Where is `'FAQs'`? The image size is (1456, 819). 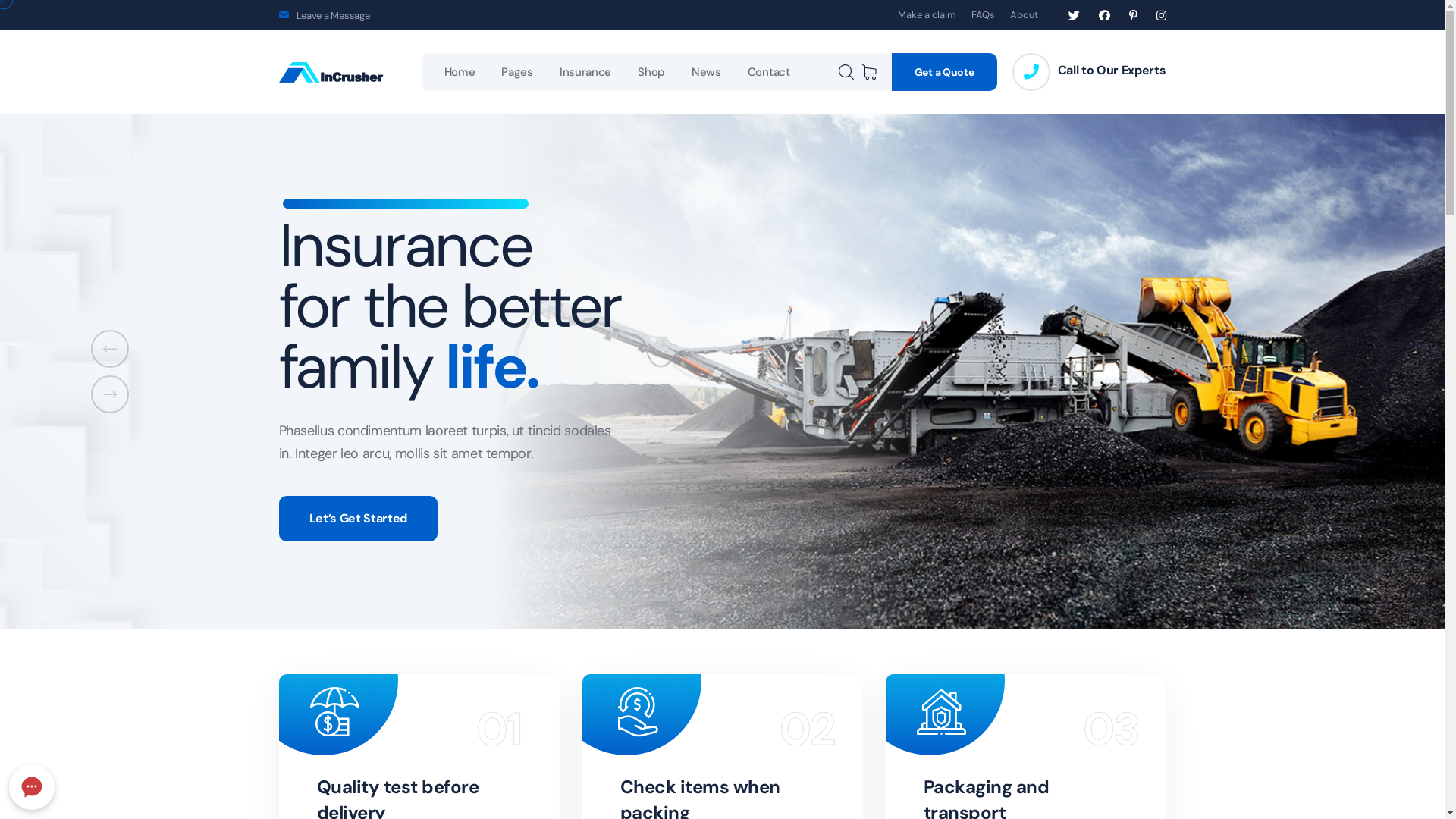 'FAQs' is located at coordinates (982, 14).